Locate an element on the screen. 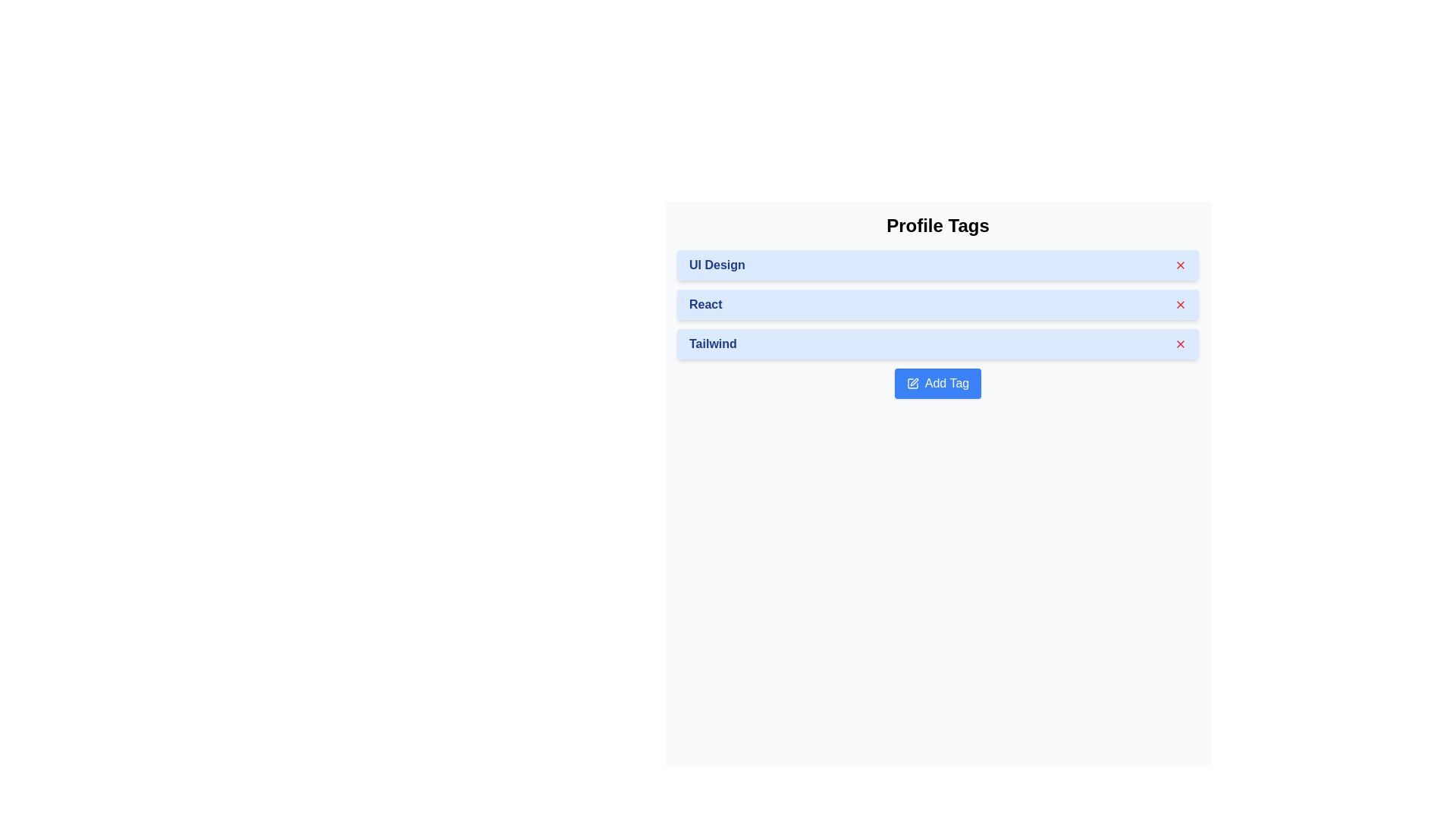 The image size is (1456, 819). the 'Tailwind' tag, which is the third tag under 'Profile Tags' in the interface, to interact with its options is located at coordinates (937, 344).